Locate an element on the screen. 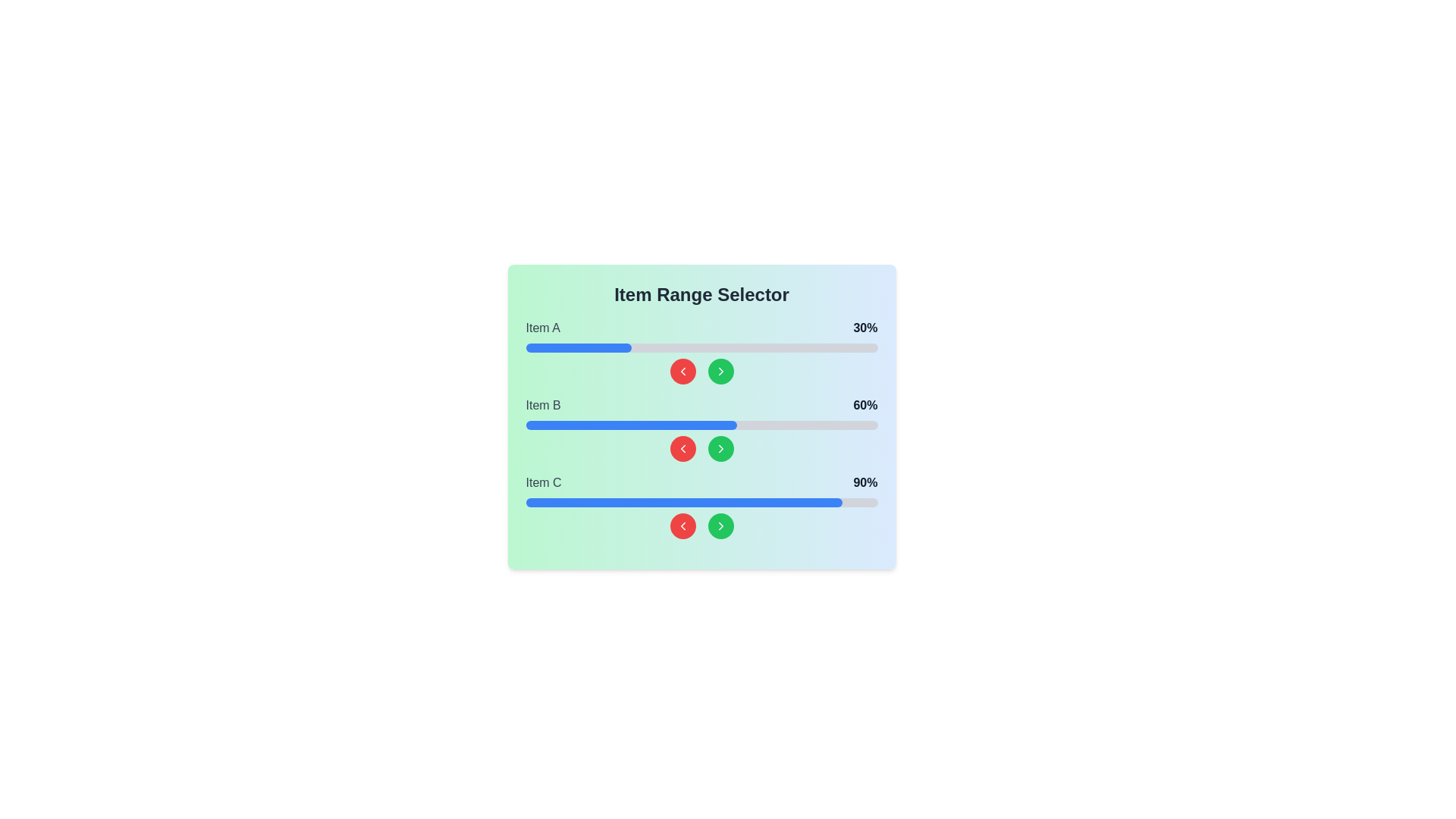 The height and width of the screenshot is (819, 1456). the value of Item C slider is located at coordinates (730, 503).